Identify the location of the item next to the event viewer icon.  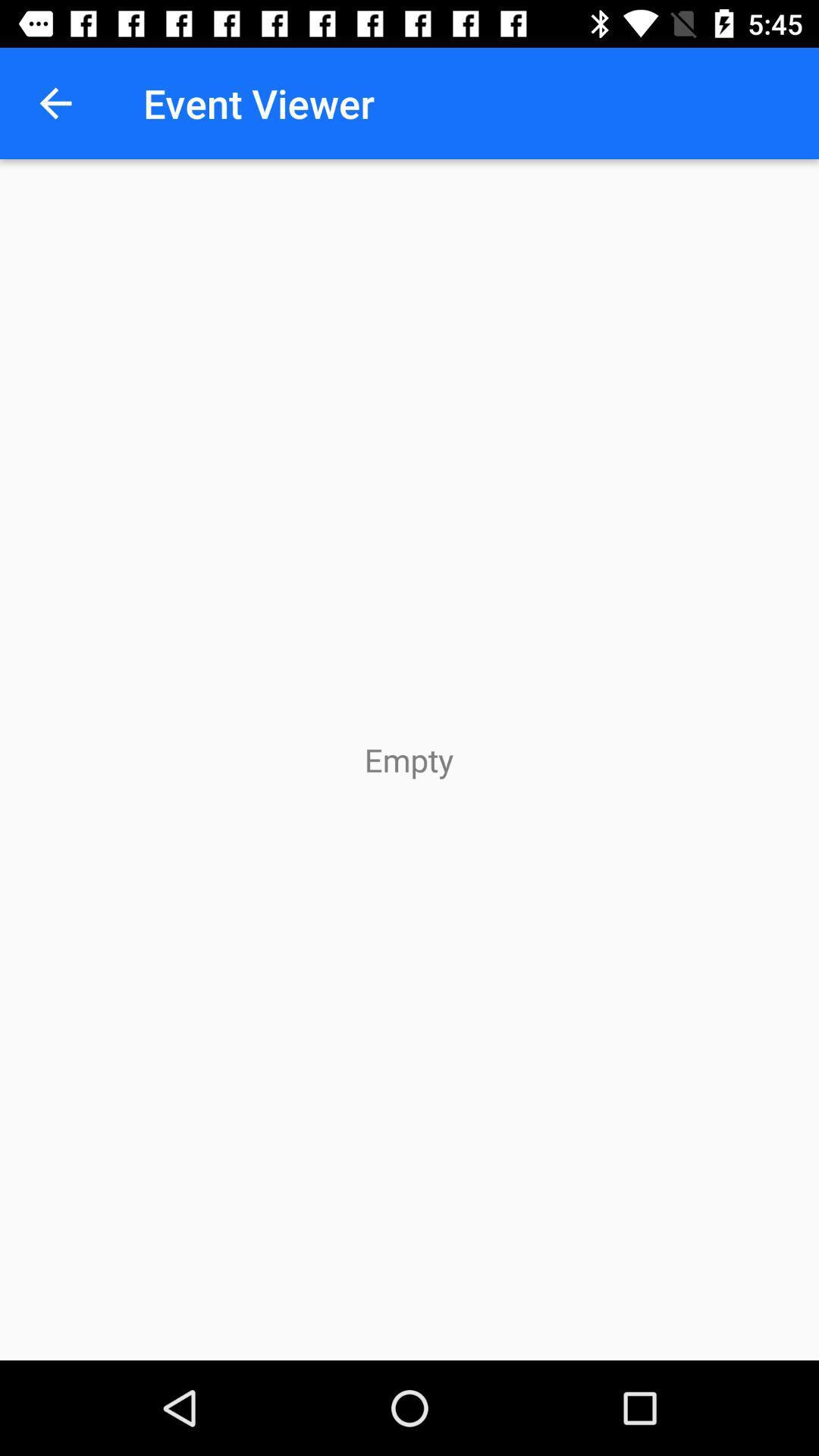
(55, 102).